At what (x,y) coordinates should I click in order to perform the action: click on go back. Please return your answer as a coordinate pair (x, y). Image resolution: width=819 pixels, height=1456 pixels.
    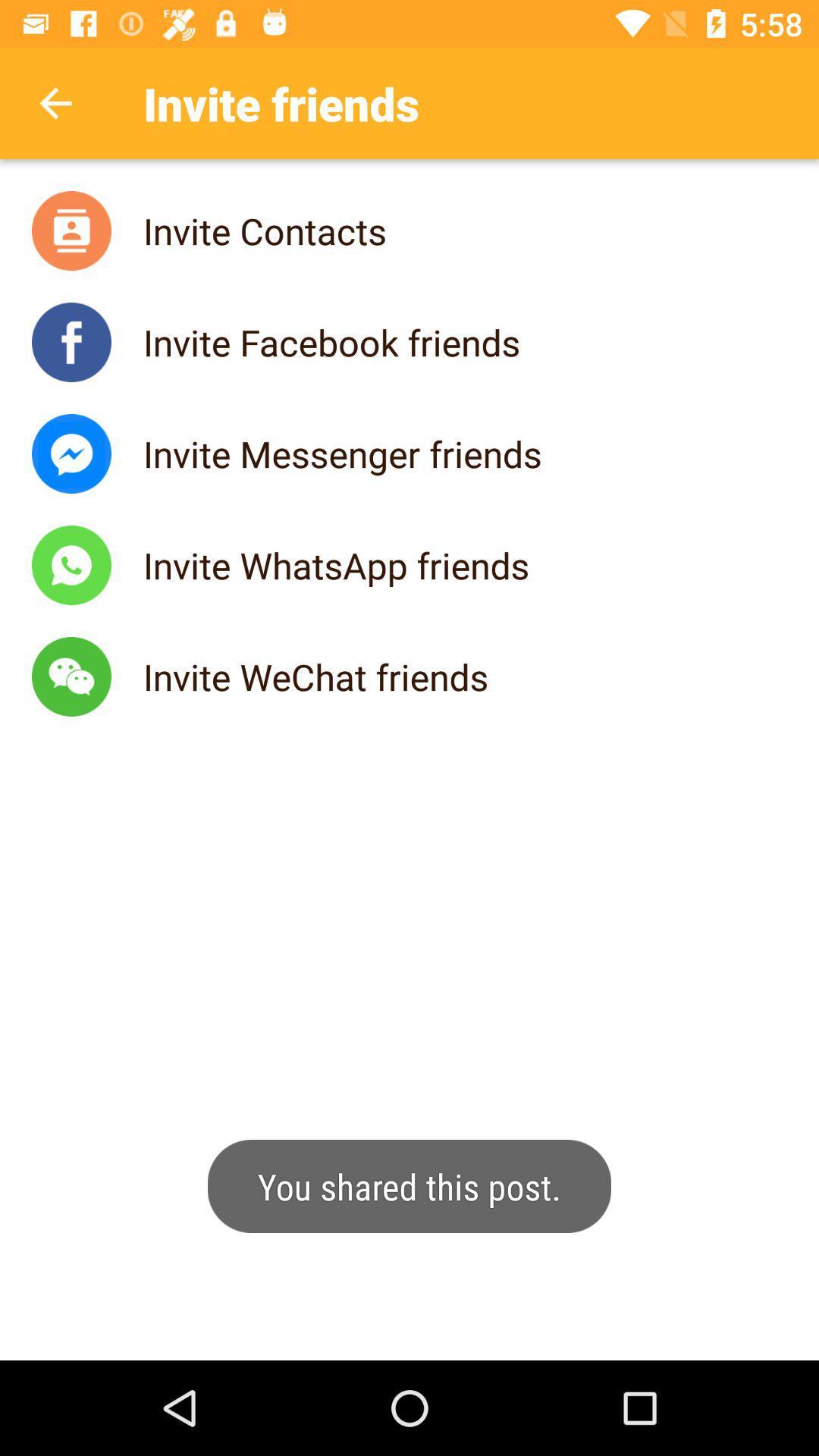
    Looking at the image, I should click on (55, 102).